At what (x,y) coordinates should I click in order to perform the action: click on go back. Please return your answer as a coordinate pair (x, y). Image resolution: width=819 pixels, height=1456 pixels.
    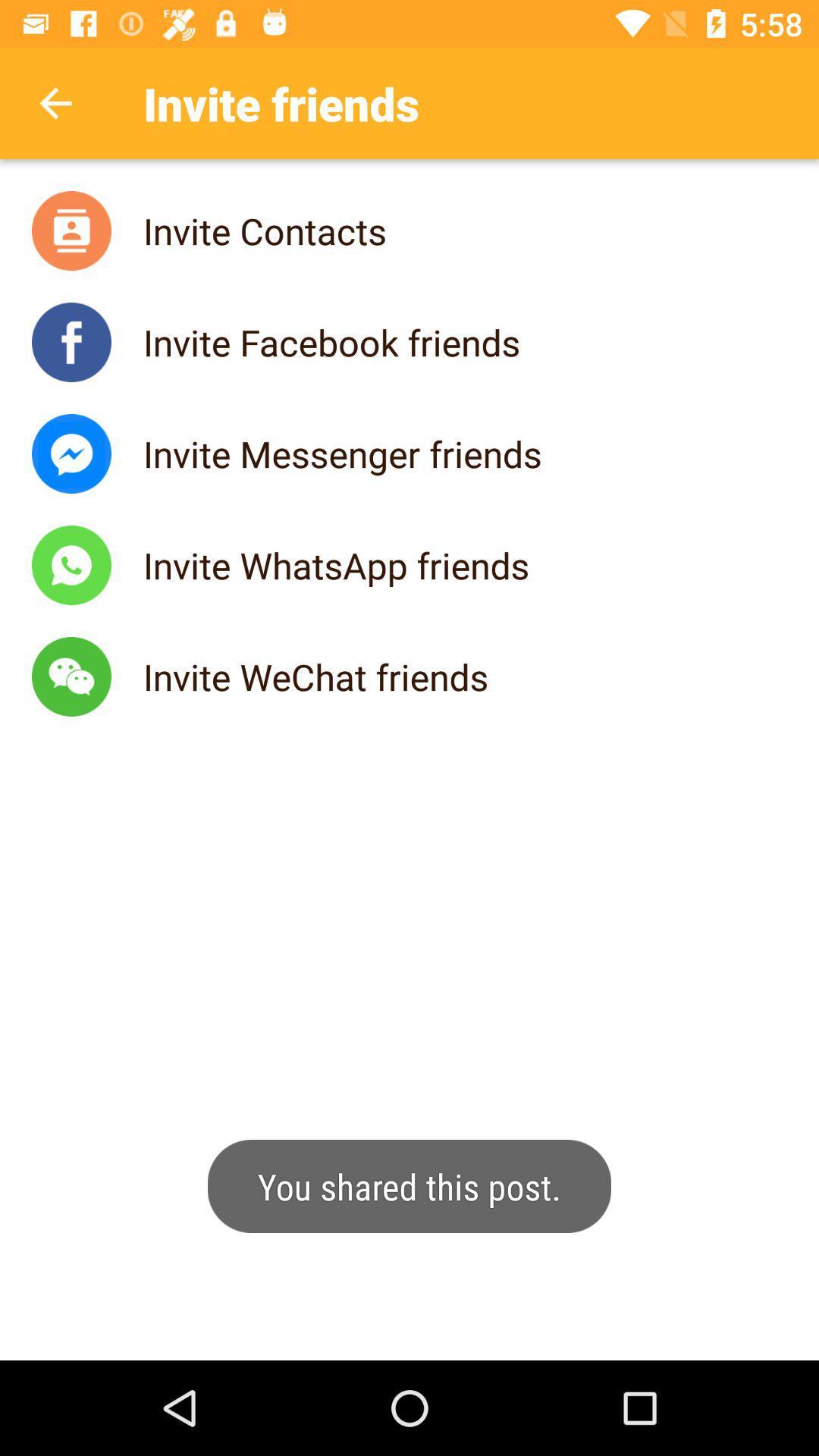
    Looking at the image, I should click on (55, 102).